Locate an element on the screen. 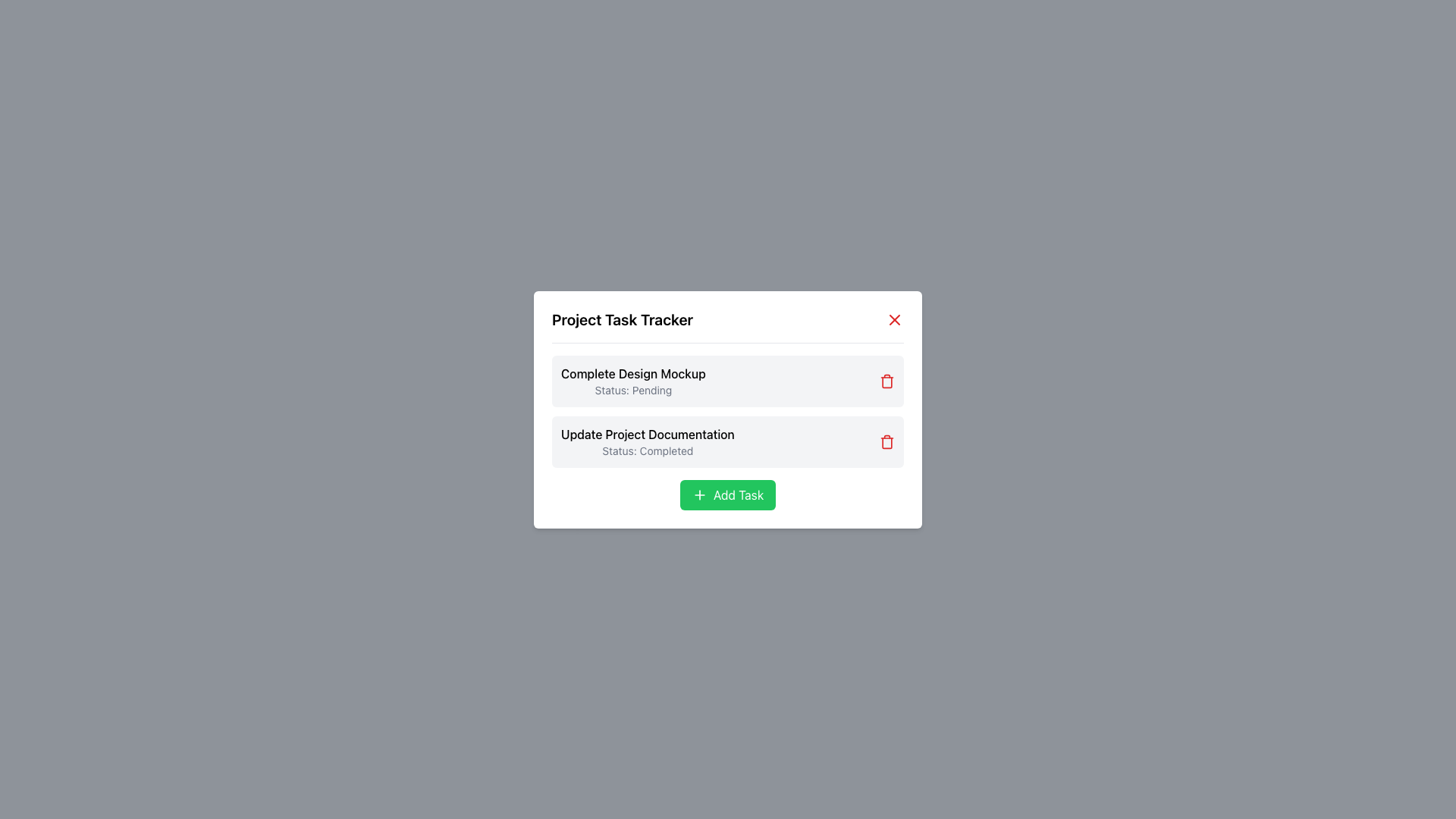  the Task Item Display located in the first row of the task list in the task manager interface, which shows the title and current status of a task is located at coordinates (633, 380).